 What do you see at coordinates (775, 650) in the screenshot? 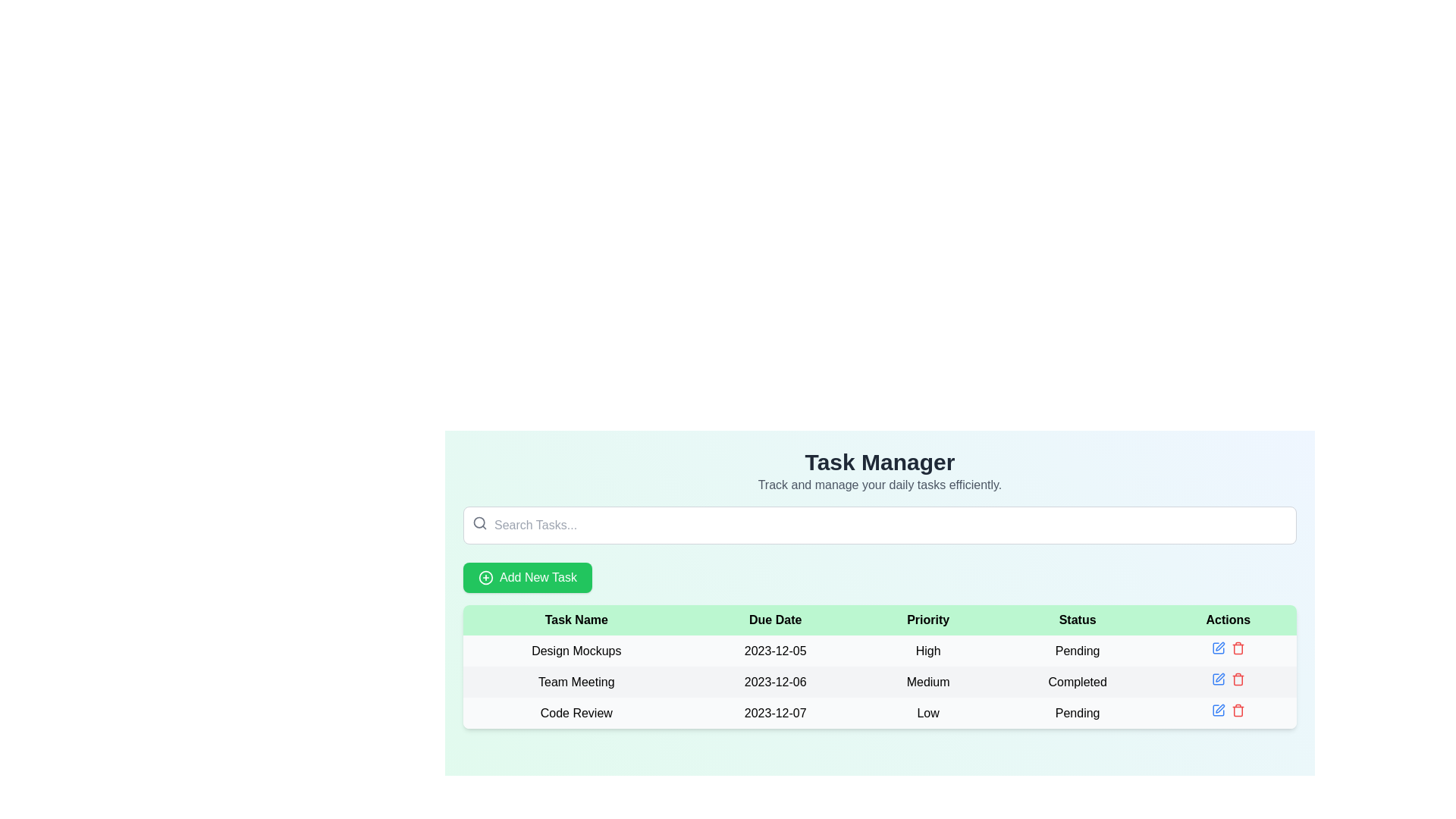
I see `the Text label indicating the due date for the task in the second column of the first row of the data table, located next to 'Design Mockups' and 'High'` at bounding box center [775, 650].